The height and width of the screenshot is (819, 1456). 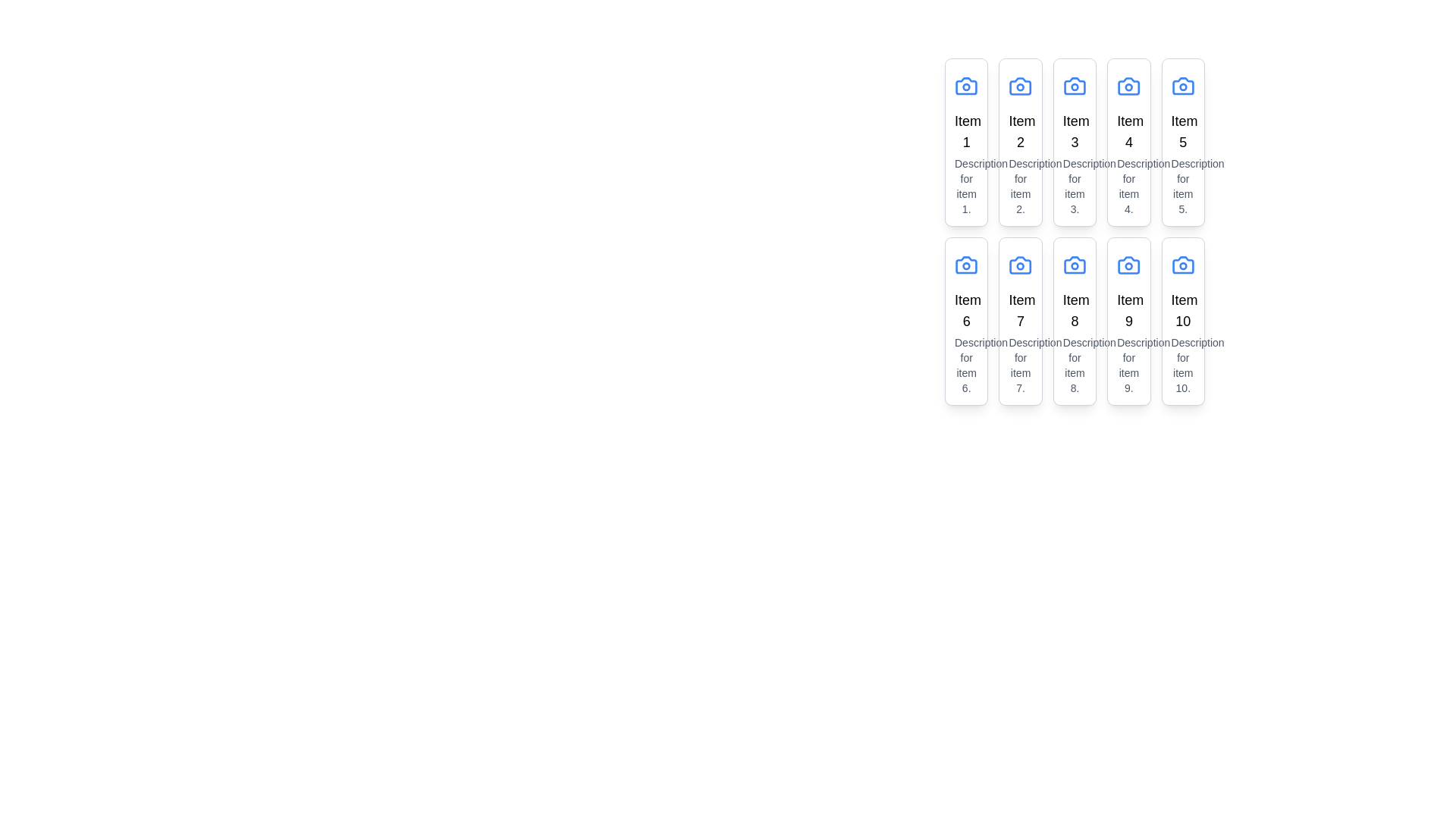 I want to click on the fifth card in the grid that represents 'Item 5' to trigger interactions, so click(x=1182, y=143).